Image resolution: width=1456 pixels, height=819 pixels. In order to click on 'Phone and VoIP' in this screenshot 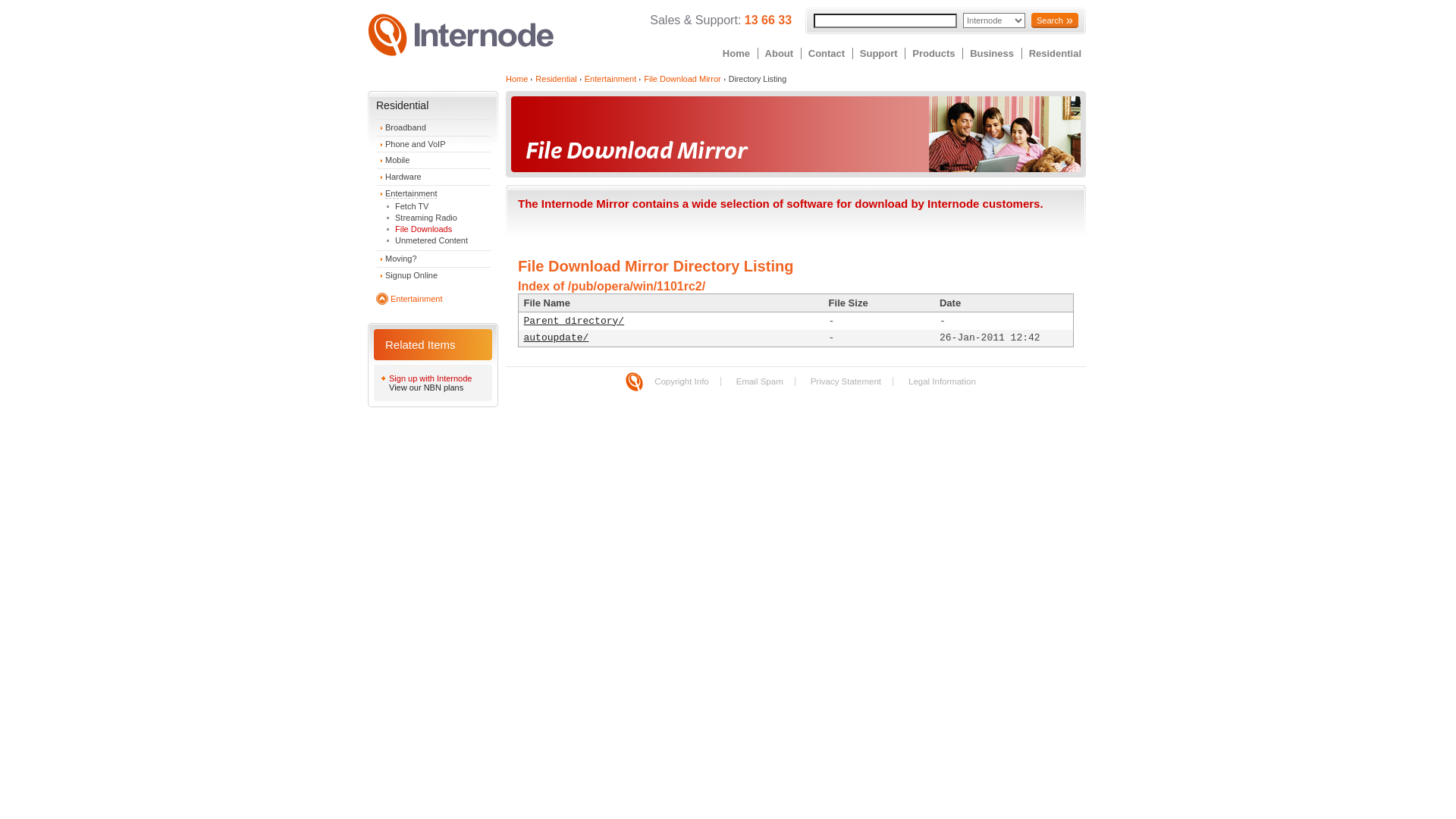, I will do `click(415, 143)`.